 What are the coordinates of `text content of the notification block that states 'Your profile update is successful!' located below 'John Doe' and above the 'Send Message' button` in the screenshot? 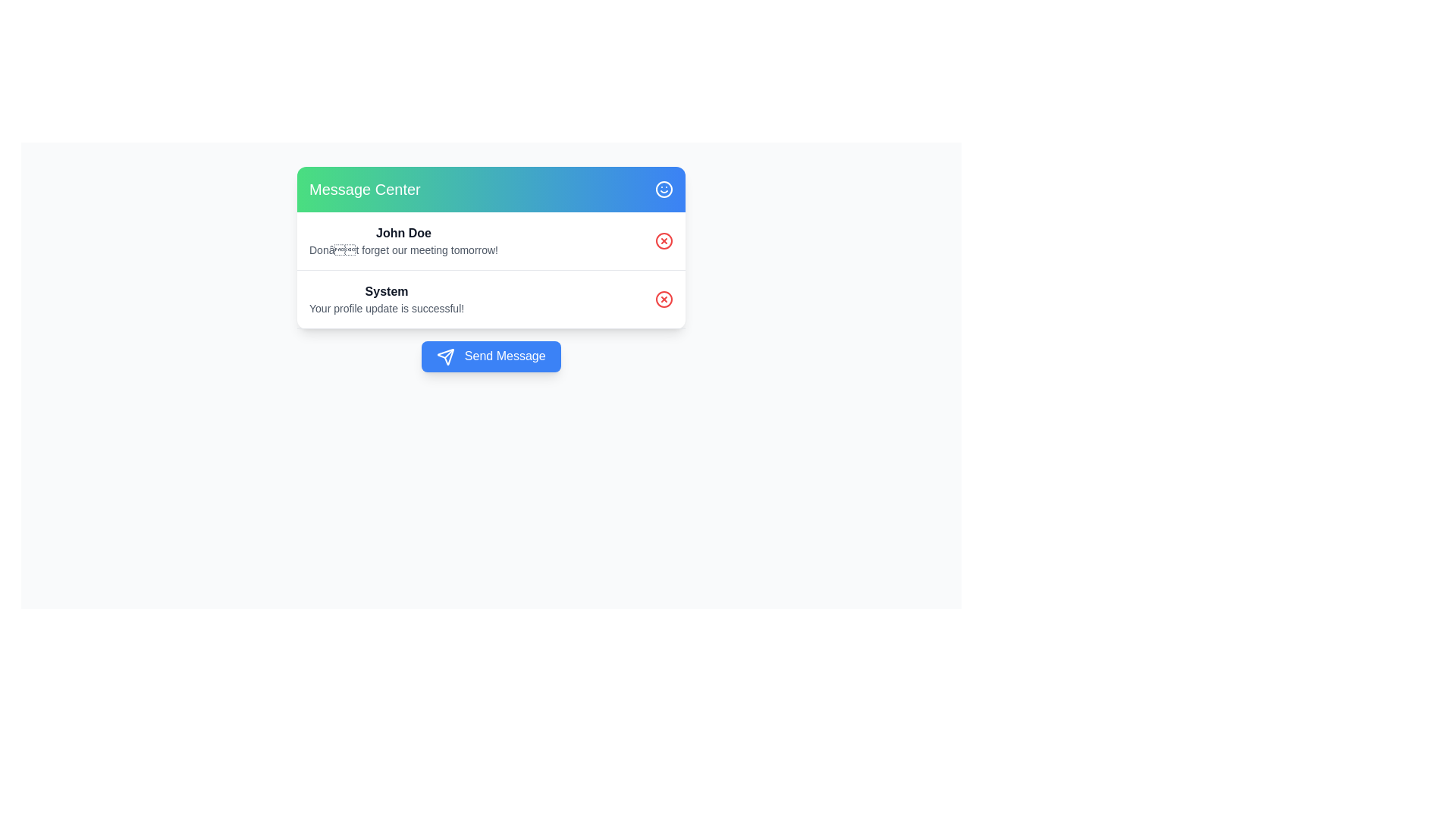 It's located at (387, 299).